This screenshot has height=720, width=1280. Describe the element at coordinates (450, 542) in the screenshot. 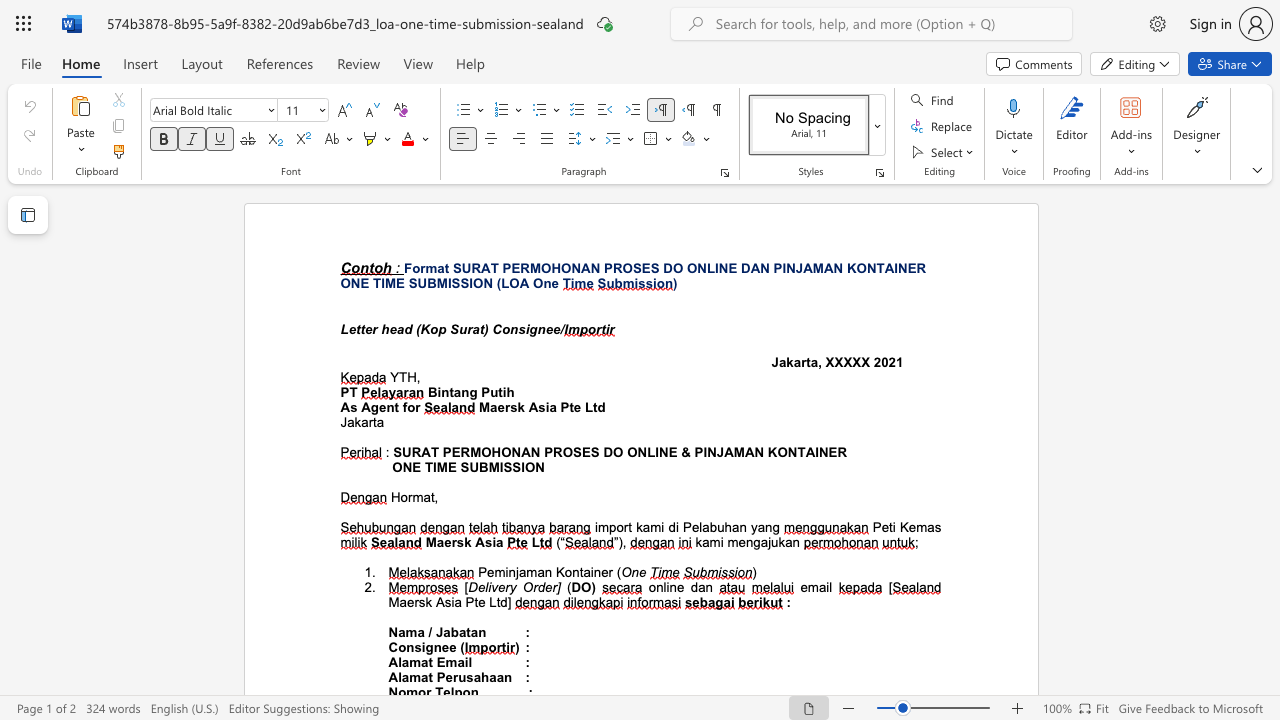

I see `the subset text "rsk A" within the text "Maersk Asia"` at that location.